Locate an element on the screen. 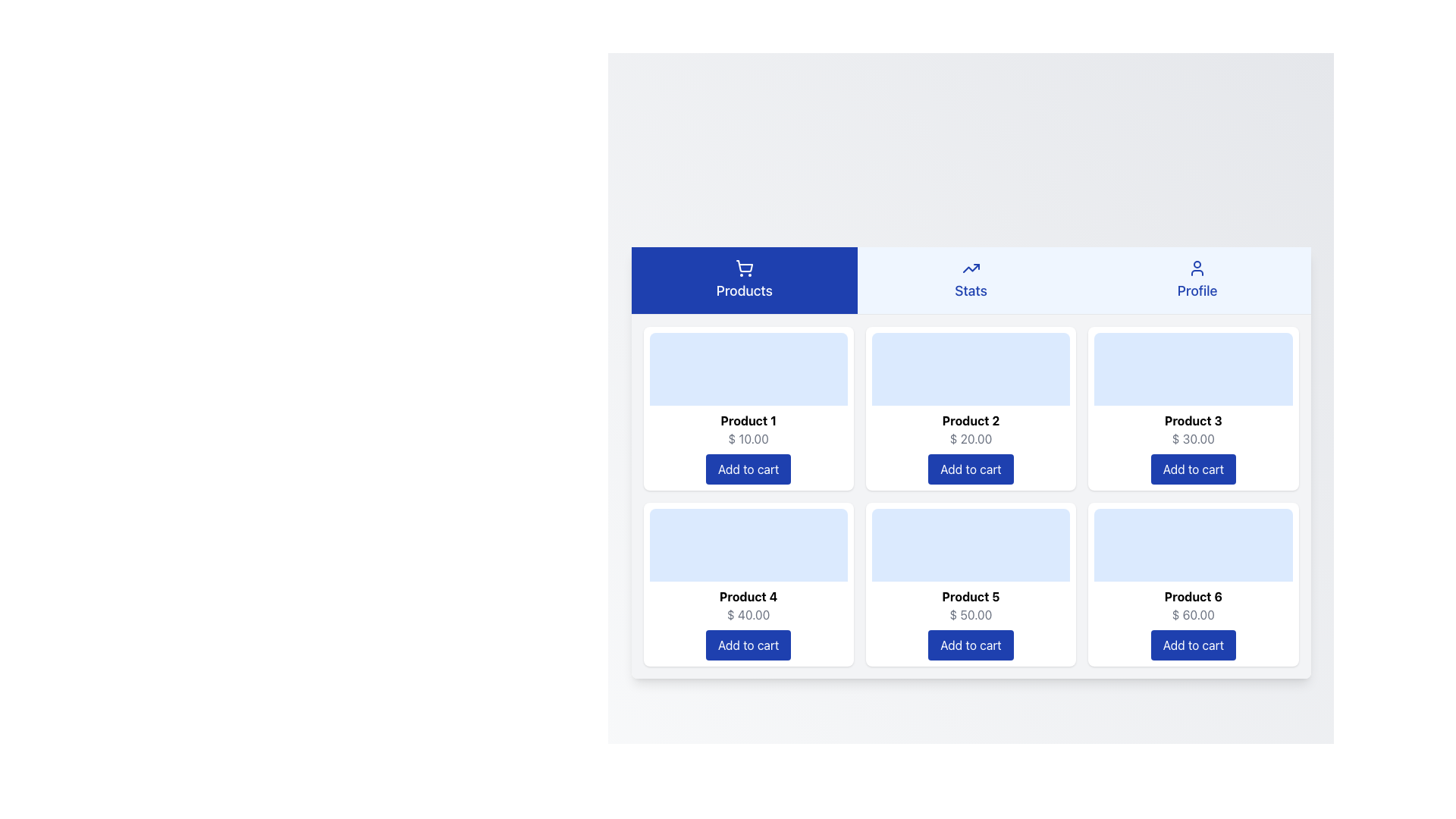  the product card in the second row and second column of the grid layout is located at coordinates (971, 583).